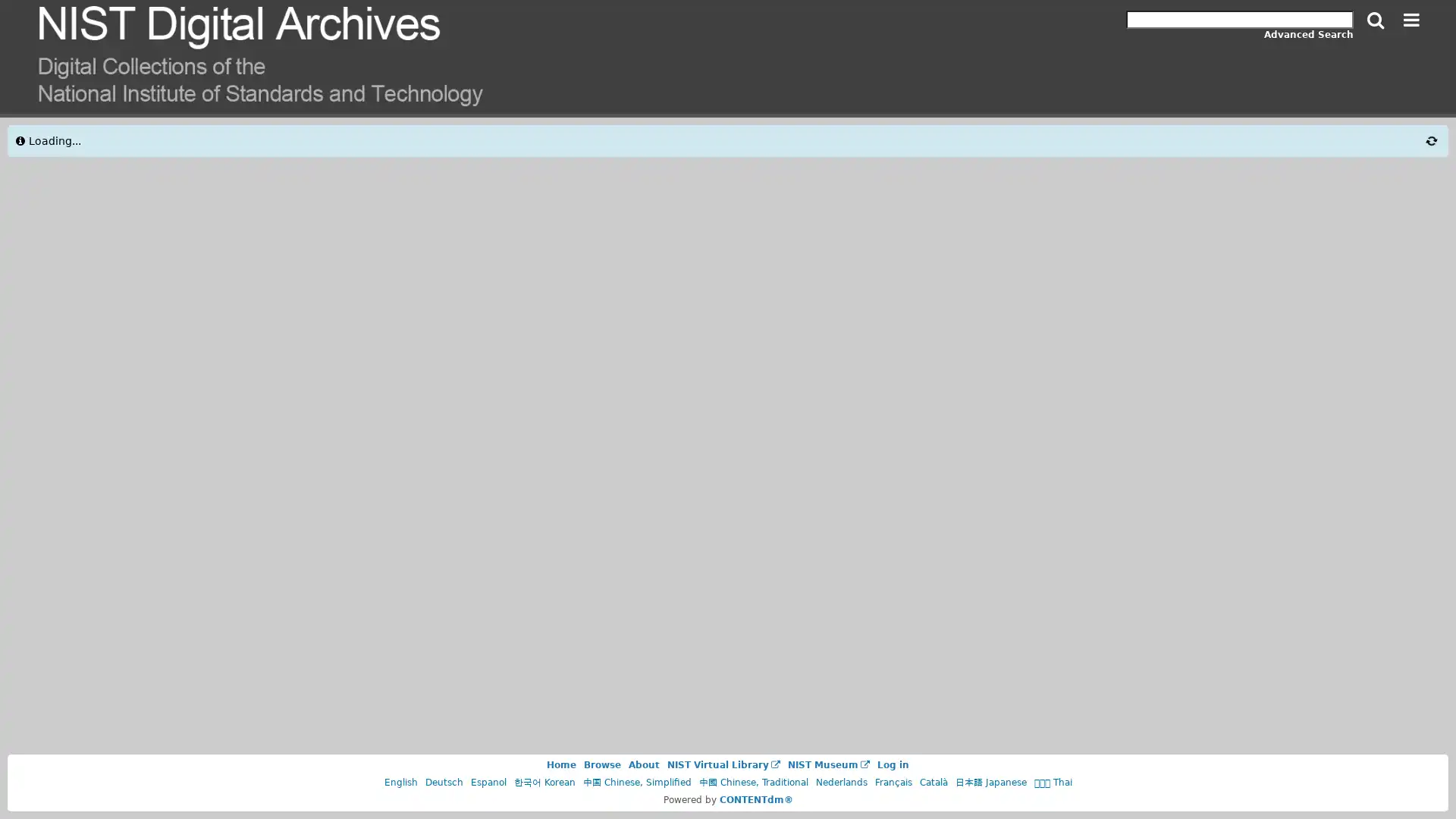 This screenshot has height=819, width=1456. What do you see at coordinates (269, 344) in the screenshot?
I see `Update` at bounding box center [269, 344].